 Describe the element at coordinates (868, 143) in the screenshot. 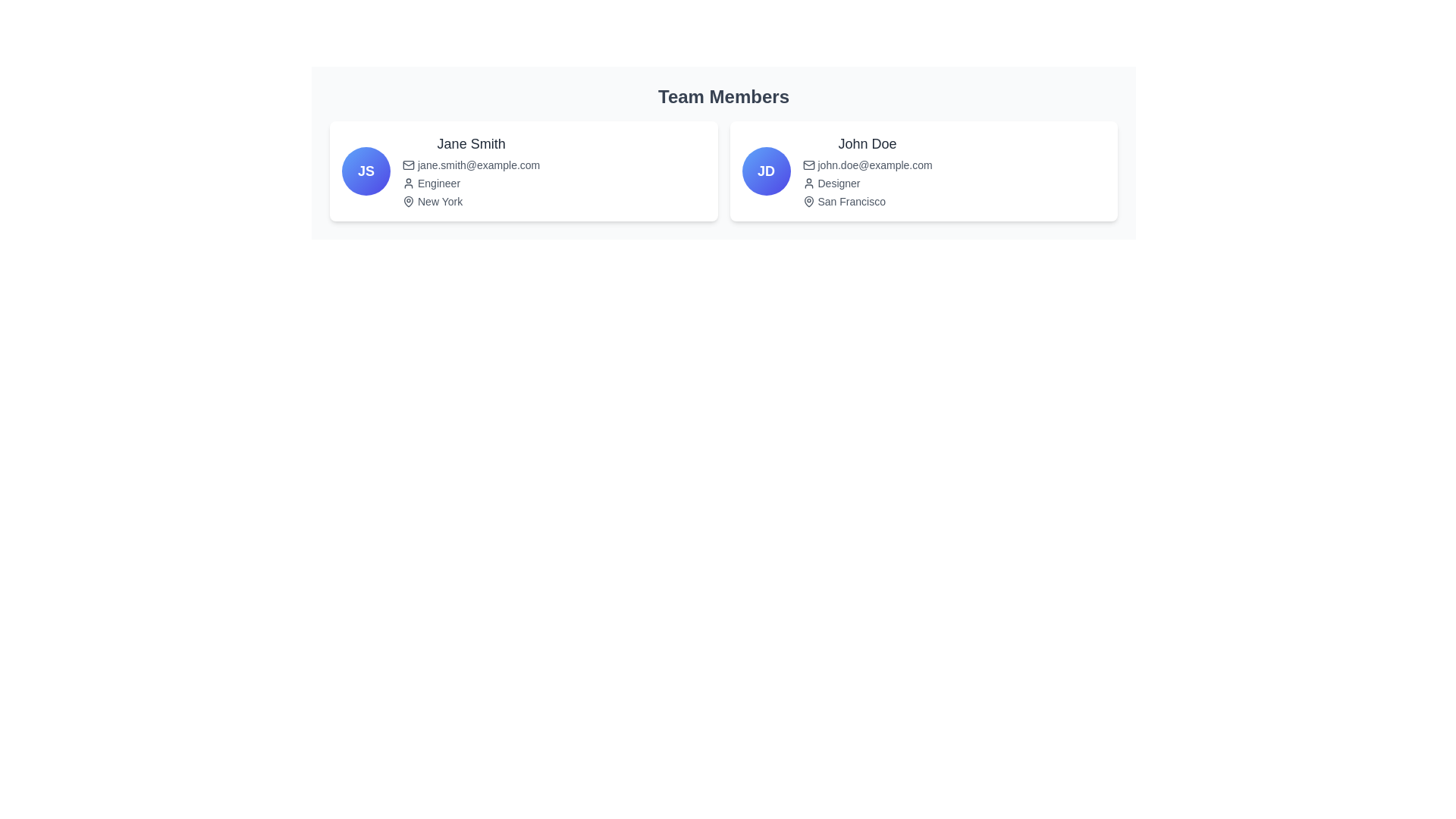

I see `the text label indicating the name of the individual in the right card under the 'Team Members' header` at that location.